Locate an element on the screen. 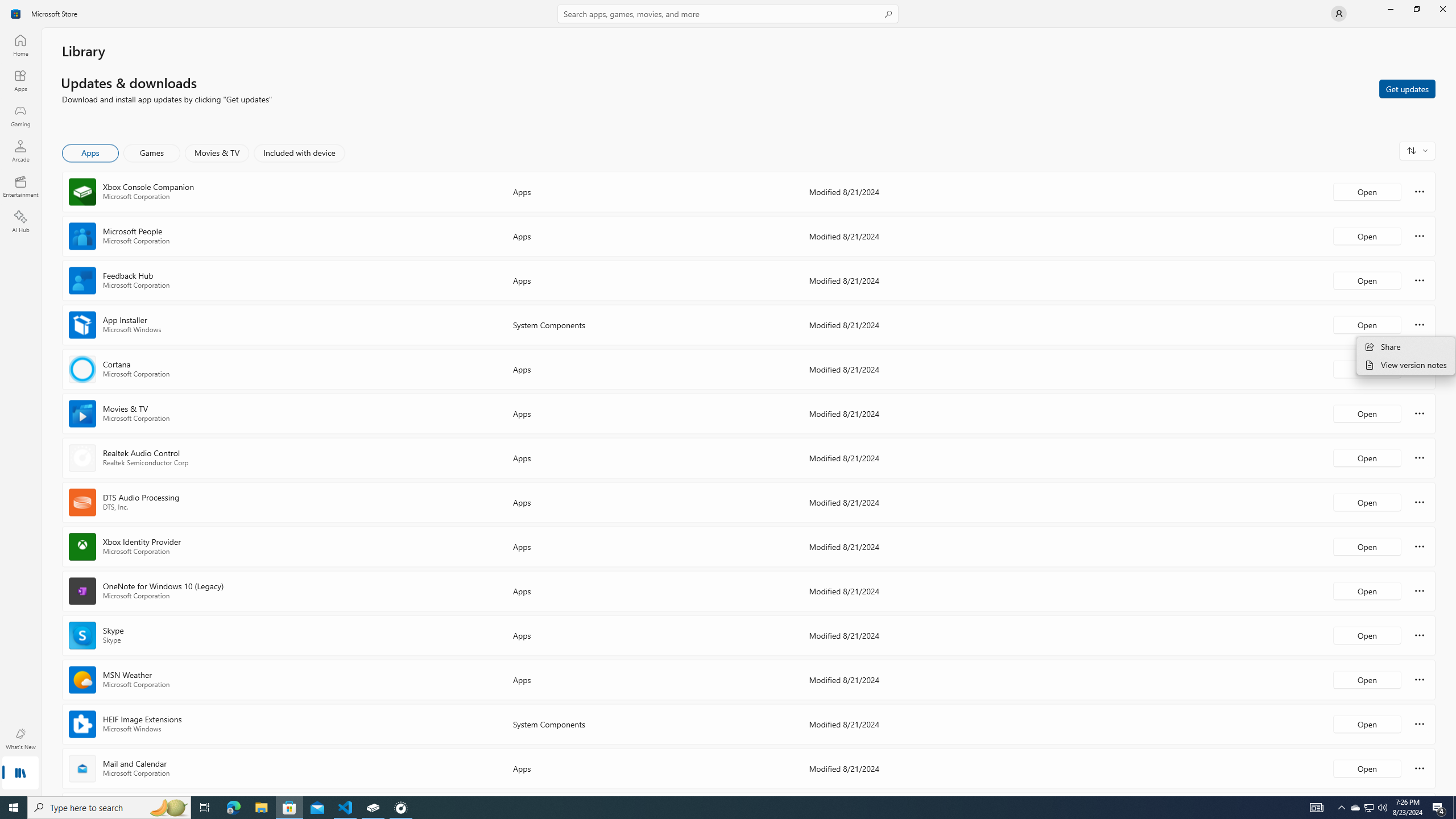 This screenshot has height=819, width=1456. 'Sort and filter' is located at coordinates (1417, 150).